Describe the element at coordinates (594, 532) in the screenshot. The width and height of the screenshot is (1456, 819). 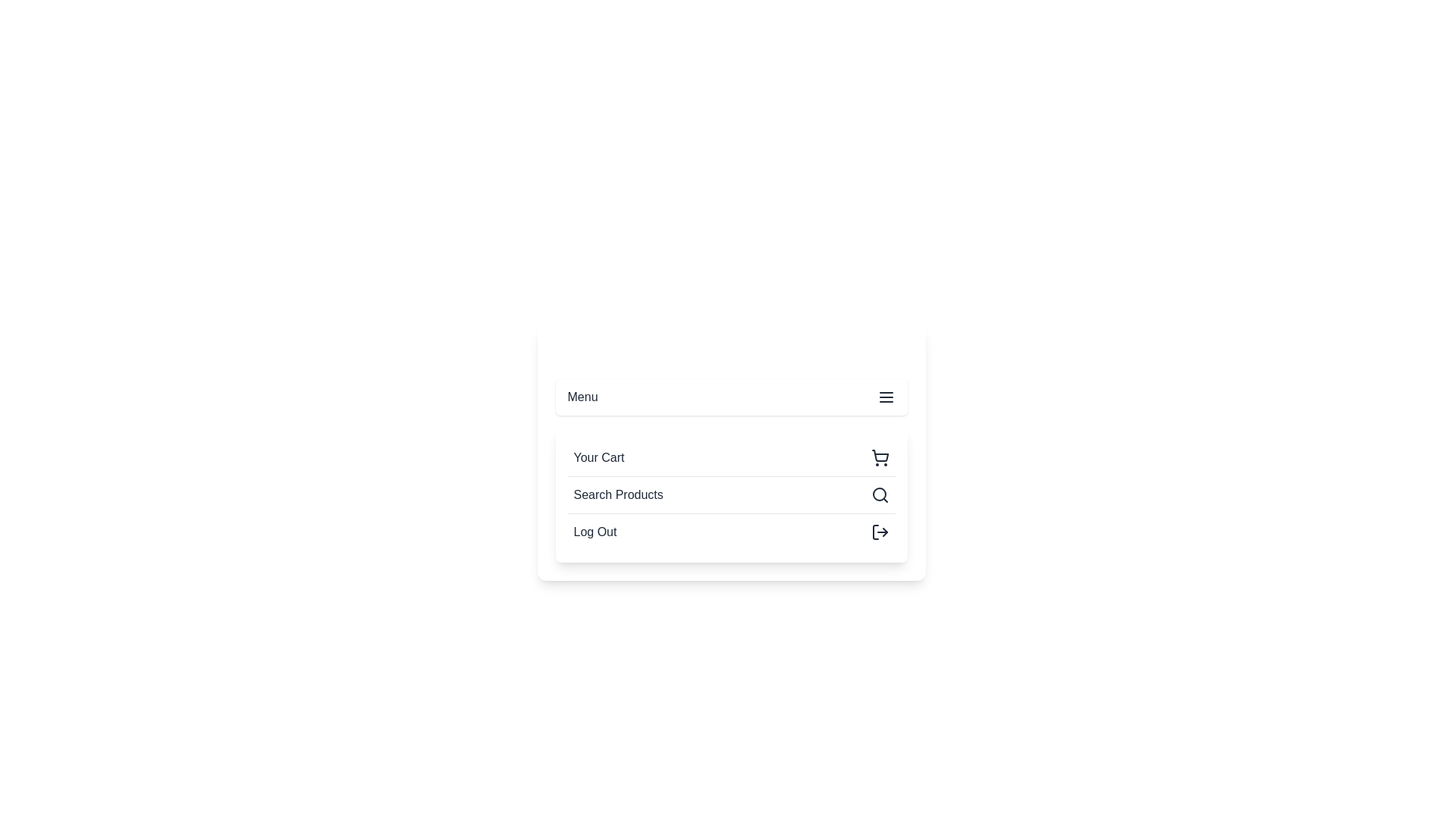
I see `the 'Log Out' text label element, which is styled in a medium weight sans-serif font and positioned to the right of the logout icon in the menu section` at that location.